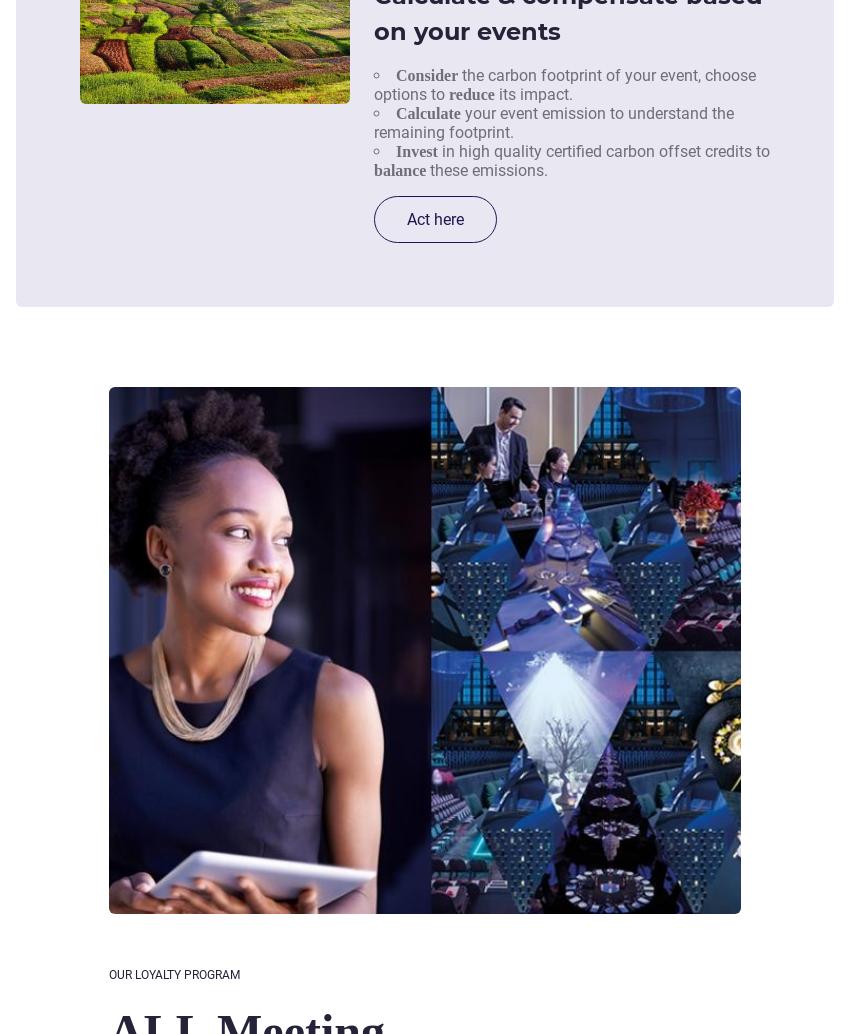 This screenshot has width=850, height=1034. What do you see at coordinates (601, 150) in the screenshot?
I see `'in high quality certified carbon offset credits to'` at bounding box center [601, 150].